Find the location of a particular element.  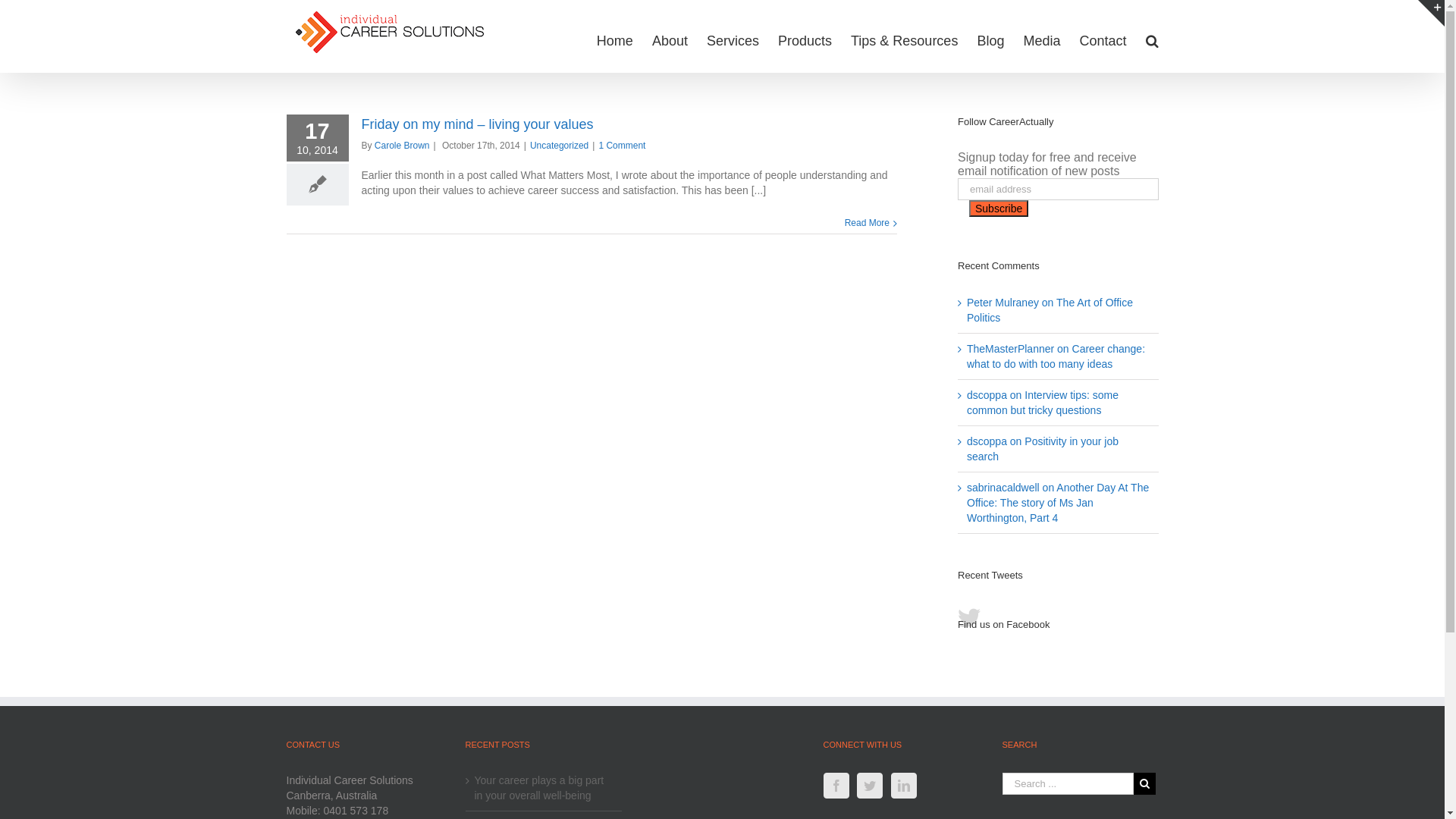

'Products' is located at coordinates (778, 39).